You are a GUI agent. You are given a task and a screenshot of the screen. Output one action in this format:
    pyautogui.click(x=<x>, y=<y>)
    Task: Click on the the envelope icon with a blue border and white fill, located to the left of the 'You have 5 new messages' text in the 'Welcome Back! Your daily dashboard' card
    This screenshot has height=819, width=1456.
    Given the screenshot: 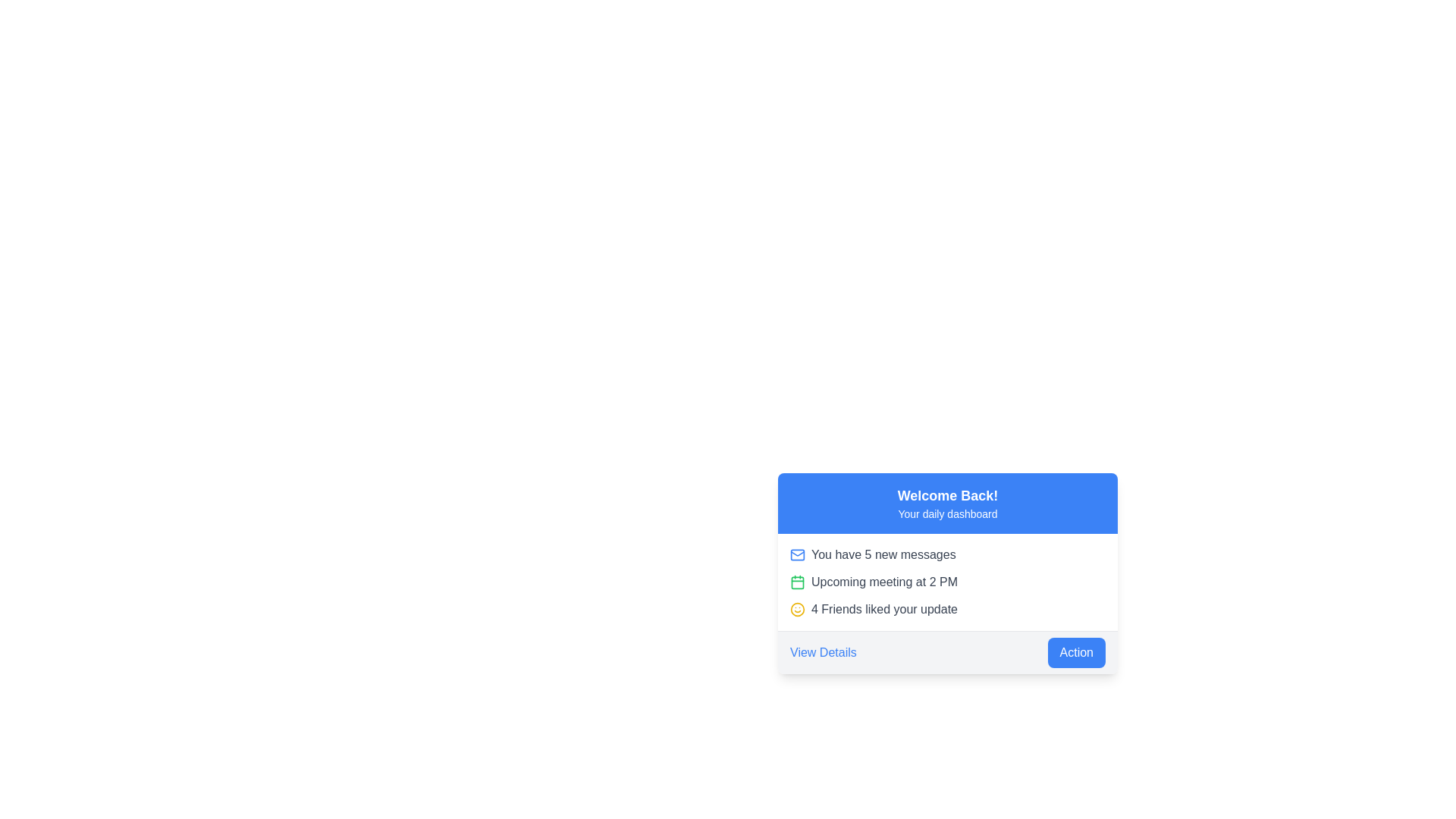 What is the action you would take?
    pyautogui.click(x=796, y=555)
    